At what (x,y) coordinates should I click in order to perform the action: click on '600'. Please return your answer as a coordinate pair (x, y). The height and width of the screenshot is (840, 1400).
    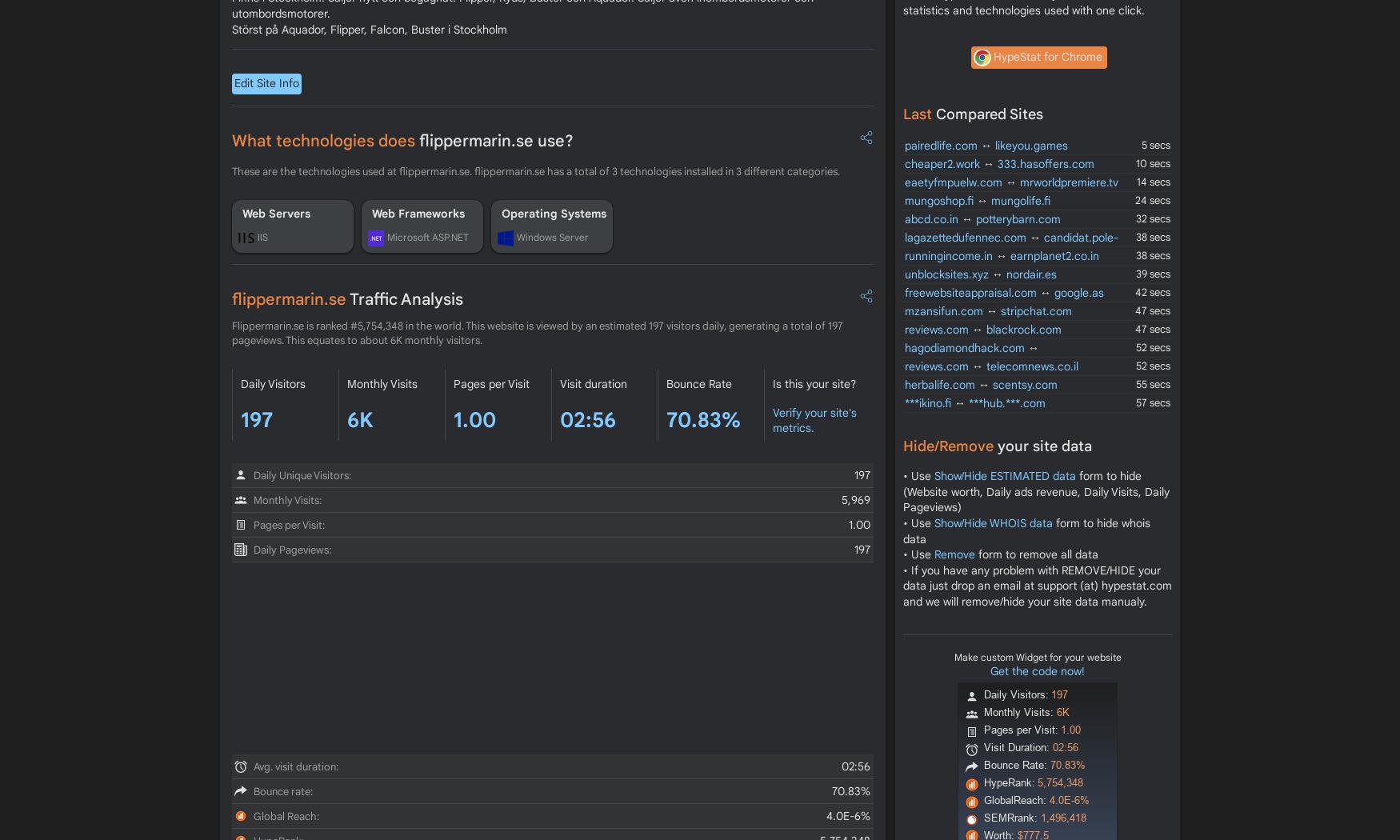
    Looking at the image, I should click on (448, 35).